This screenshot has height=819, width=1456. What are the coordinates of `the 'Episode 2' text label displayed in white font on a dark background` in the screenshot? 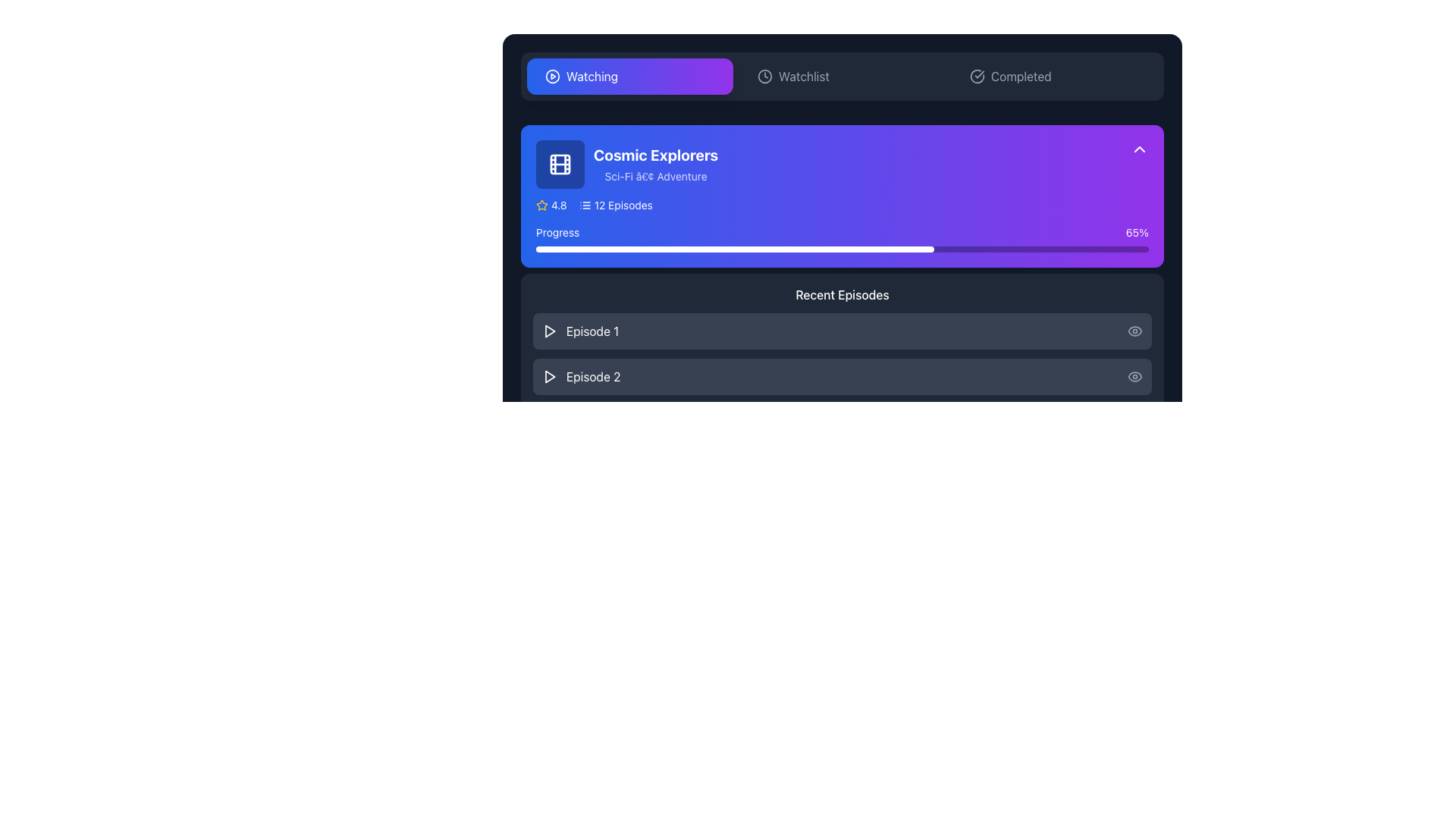 It's located at (592, 376).